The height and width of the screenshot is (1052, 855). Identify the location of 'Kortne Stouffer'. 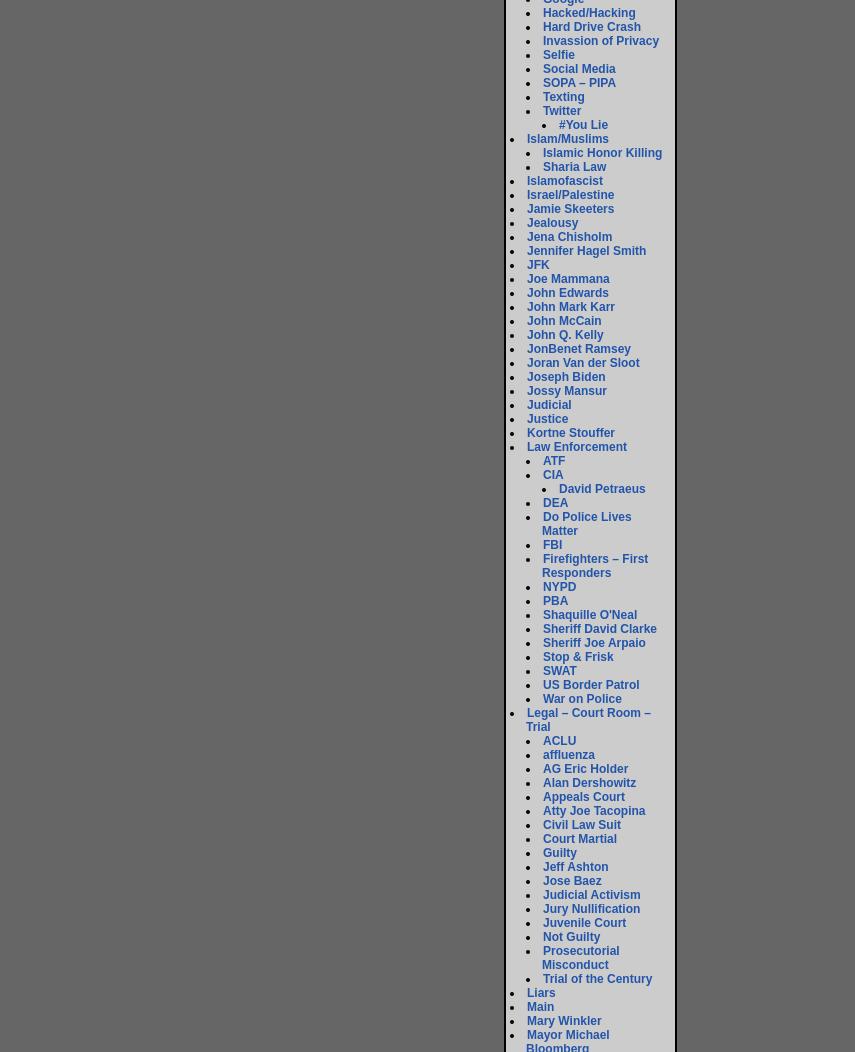
(569, 432).